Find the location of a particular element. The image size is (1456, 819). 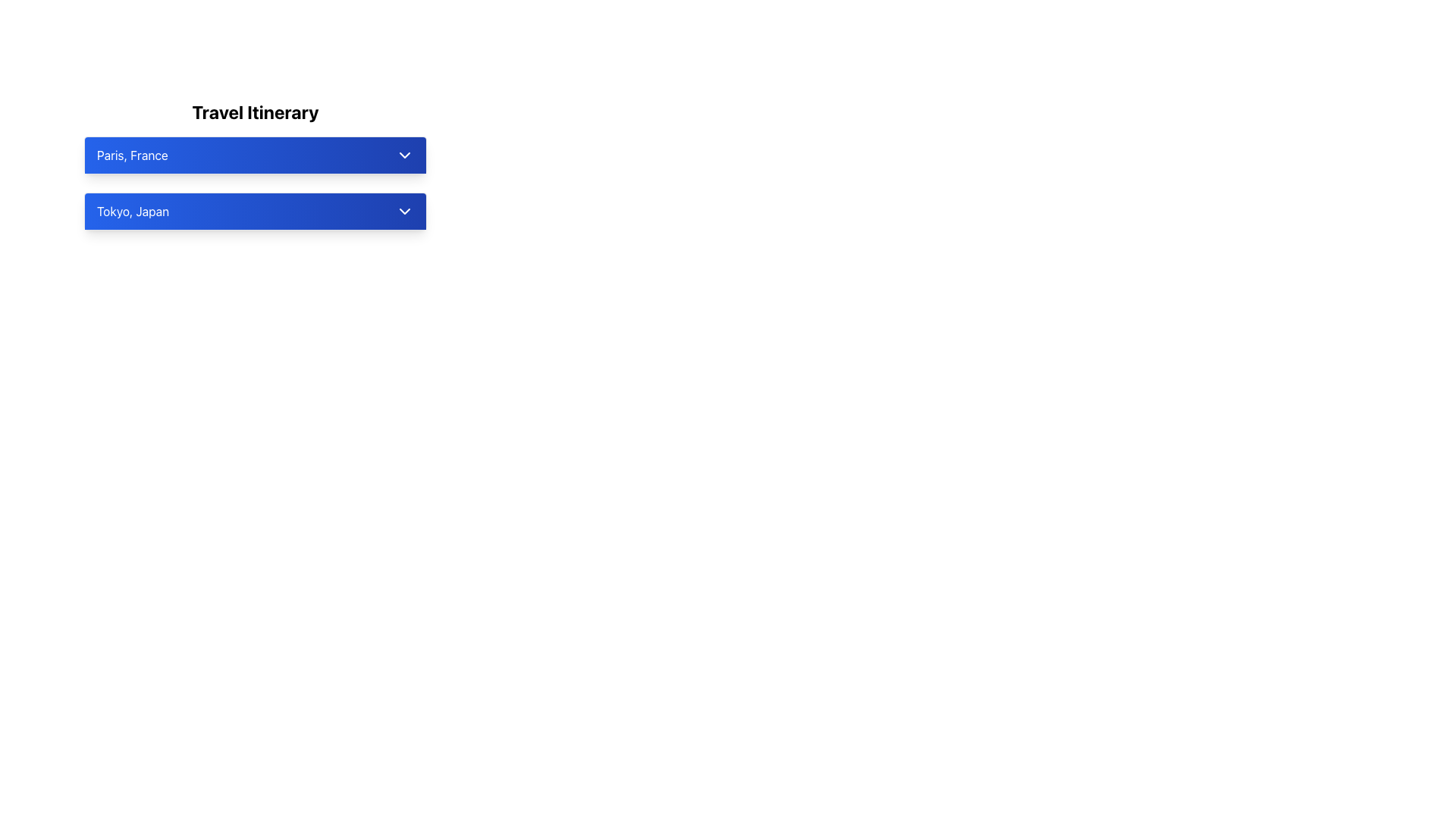

the label indicating the location 'Paris, France' within the travel itinerary interface, which is located on the top blue rectangular button of a vertical list is located at coordinates (132, 155).